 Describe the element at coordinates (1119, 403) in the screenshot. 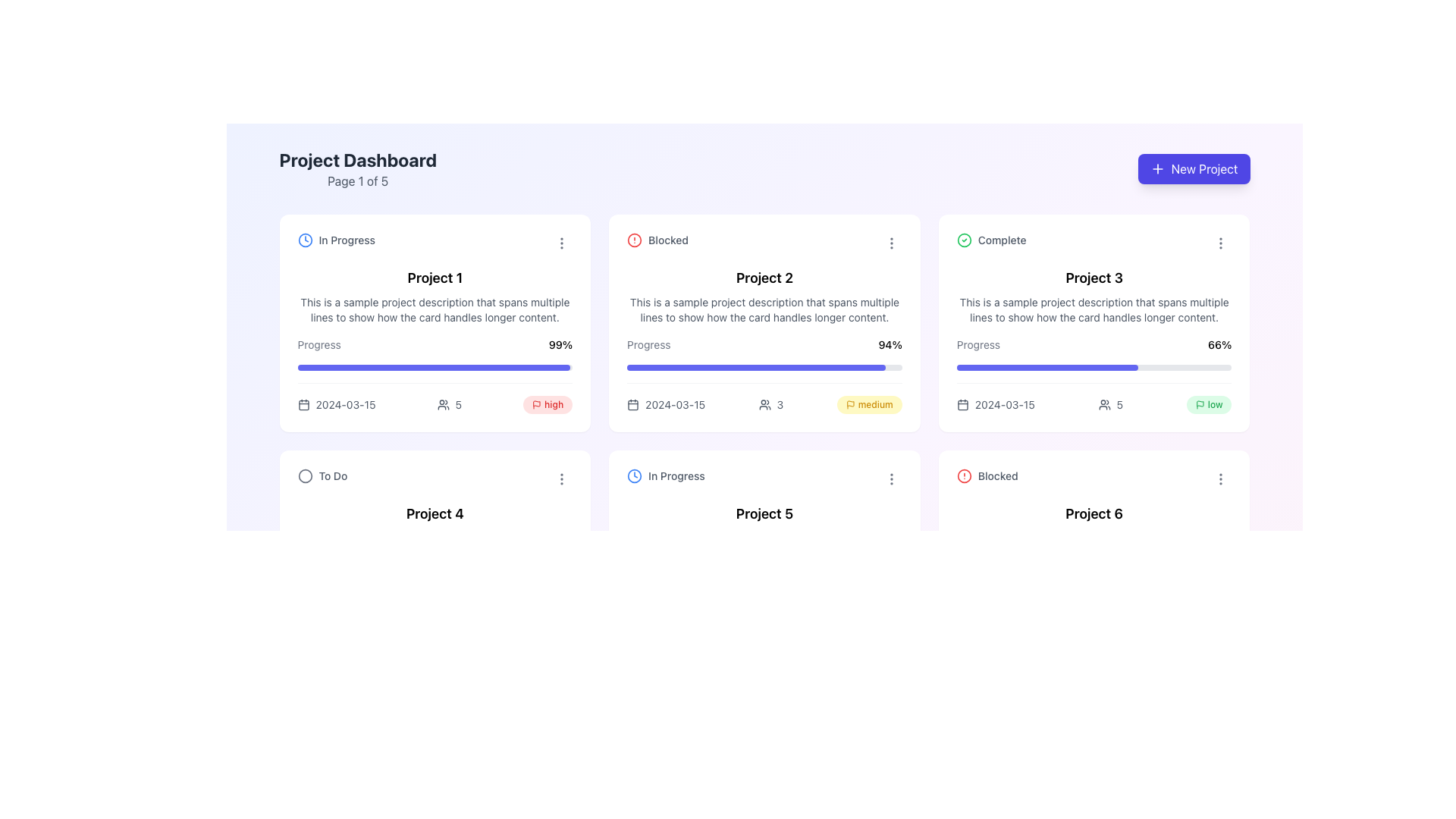

I see `the small gray textual number '5' label located to the right of the calendar icon and above the progress label` at that location.